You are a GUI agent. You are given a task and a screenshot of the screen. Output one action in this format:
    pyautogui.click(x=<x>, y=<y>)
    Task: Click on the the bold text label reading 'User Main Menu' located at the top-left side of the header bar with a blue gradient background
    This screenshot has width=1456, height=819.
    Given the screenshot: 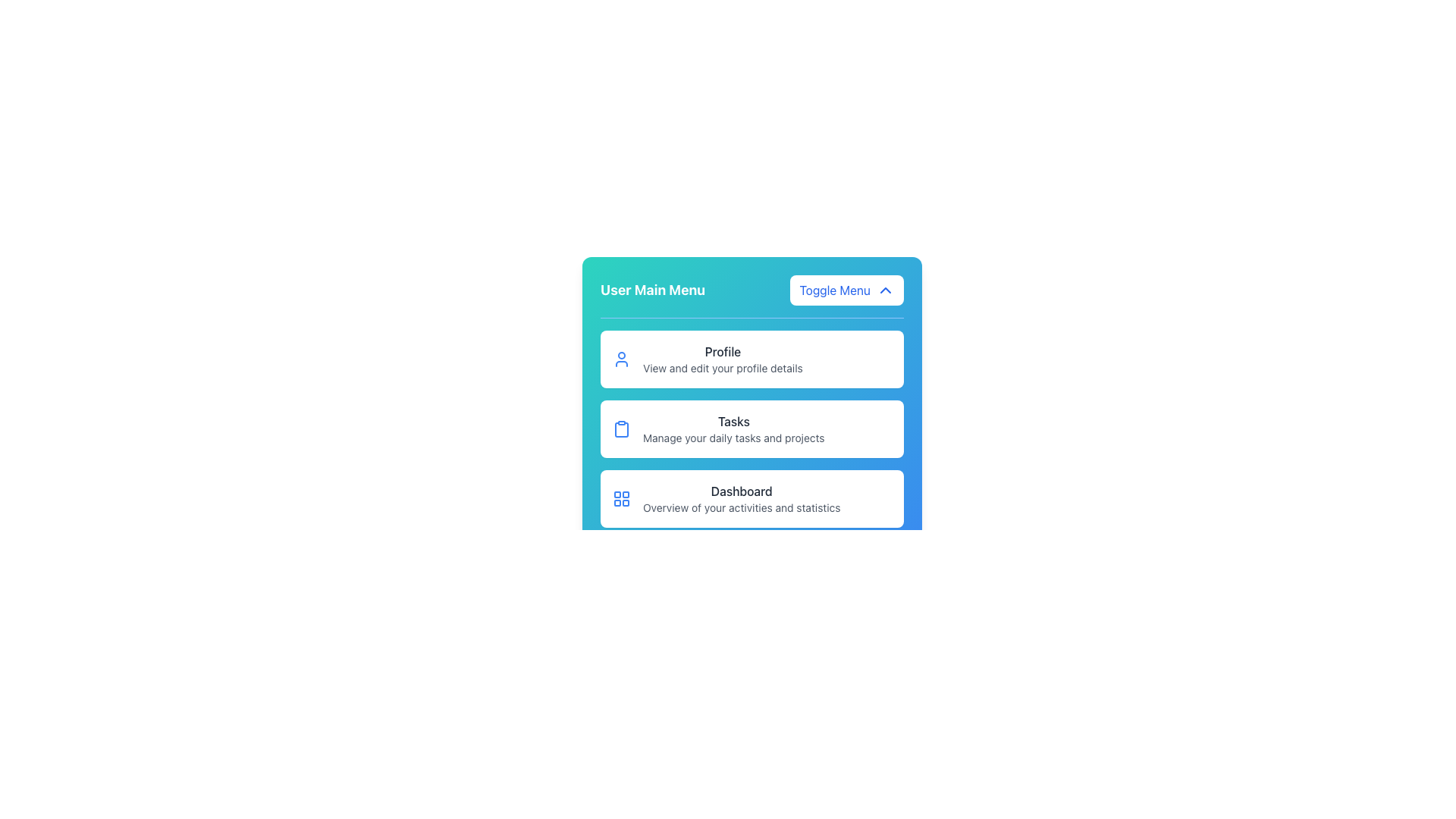 What is the action you would take?
    pyautogui.click(x=653, y=290)
    